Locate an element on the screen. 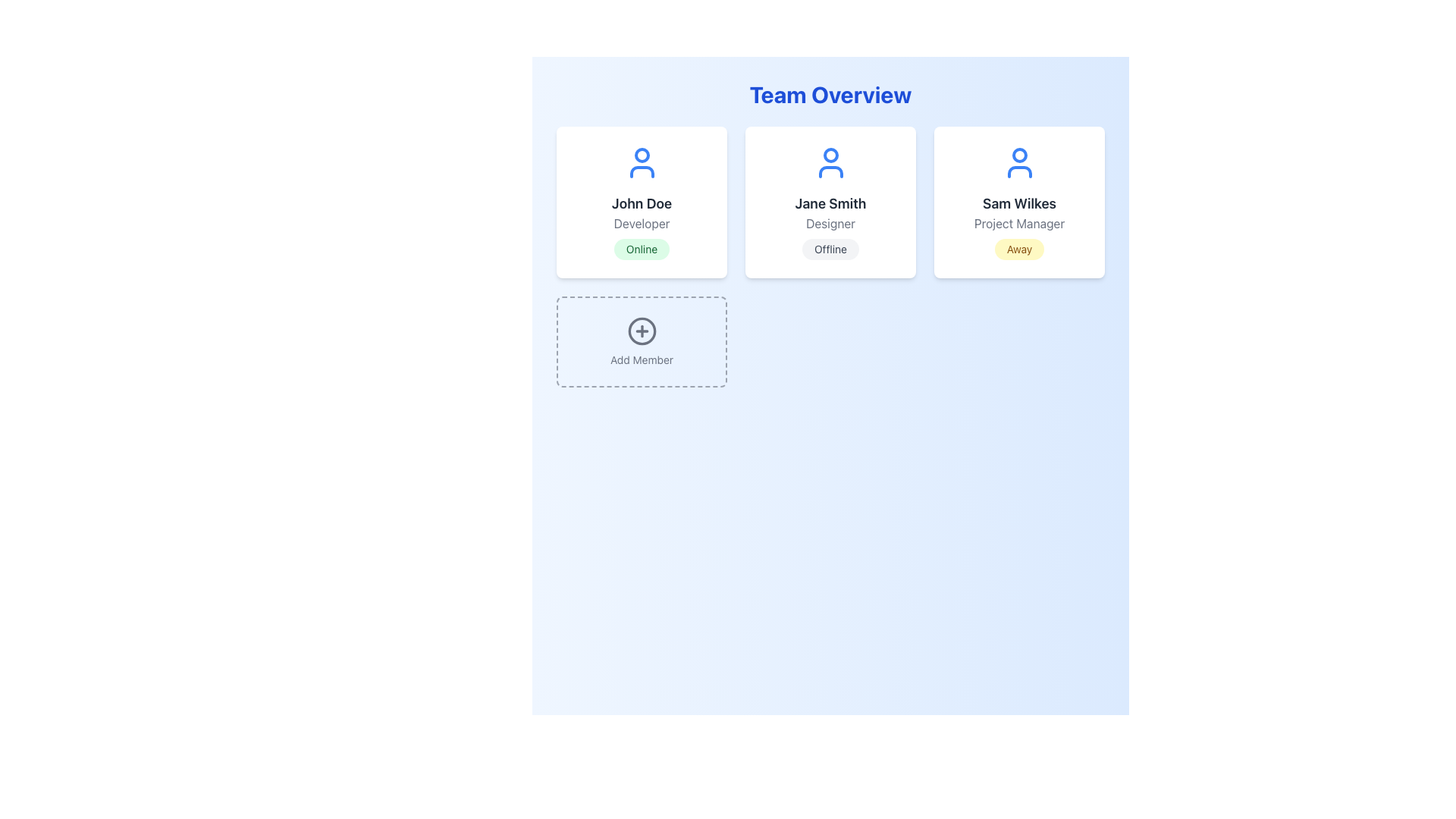 Image resolution: width=1456 pixels, height=819 pixels. the static text label displaying 'Jane Smith' located in the second card of three user information cards is located at coordinates (830, 203).